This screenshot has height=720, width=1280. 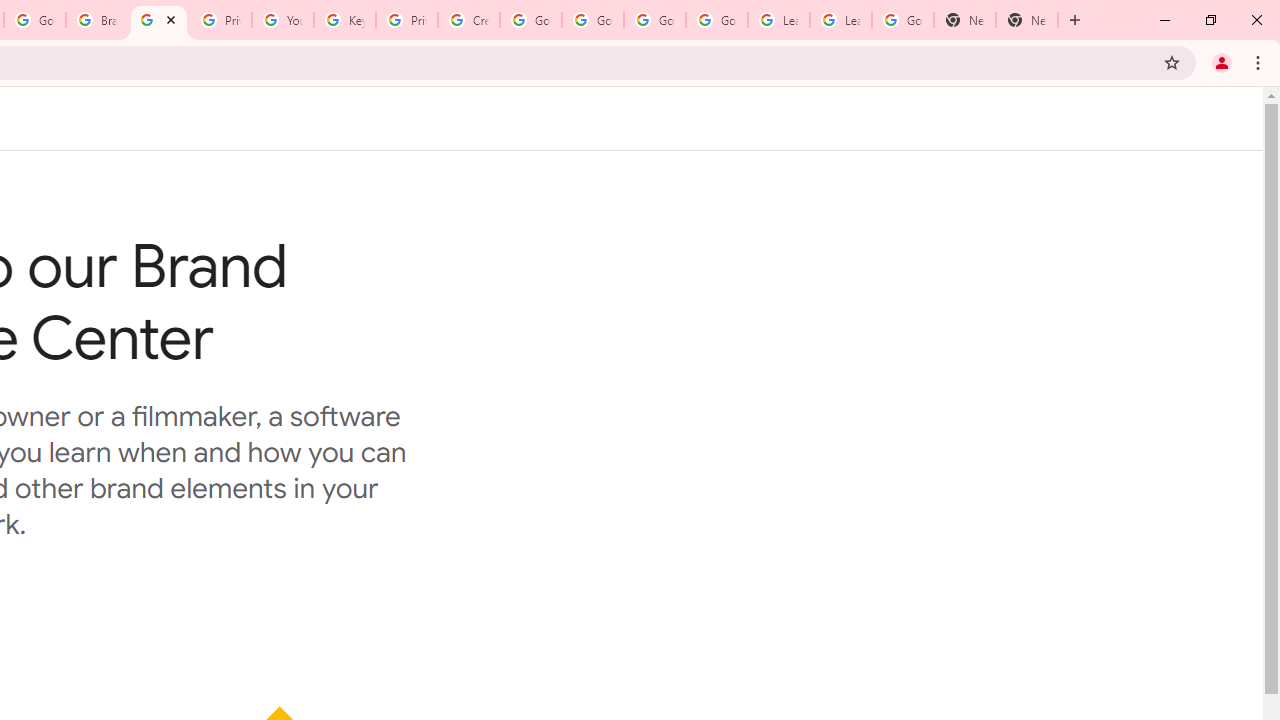 I want to click on 'Restore', so click(x=1209, y=20).